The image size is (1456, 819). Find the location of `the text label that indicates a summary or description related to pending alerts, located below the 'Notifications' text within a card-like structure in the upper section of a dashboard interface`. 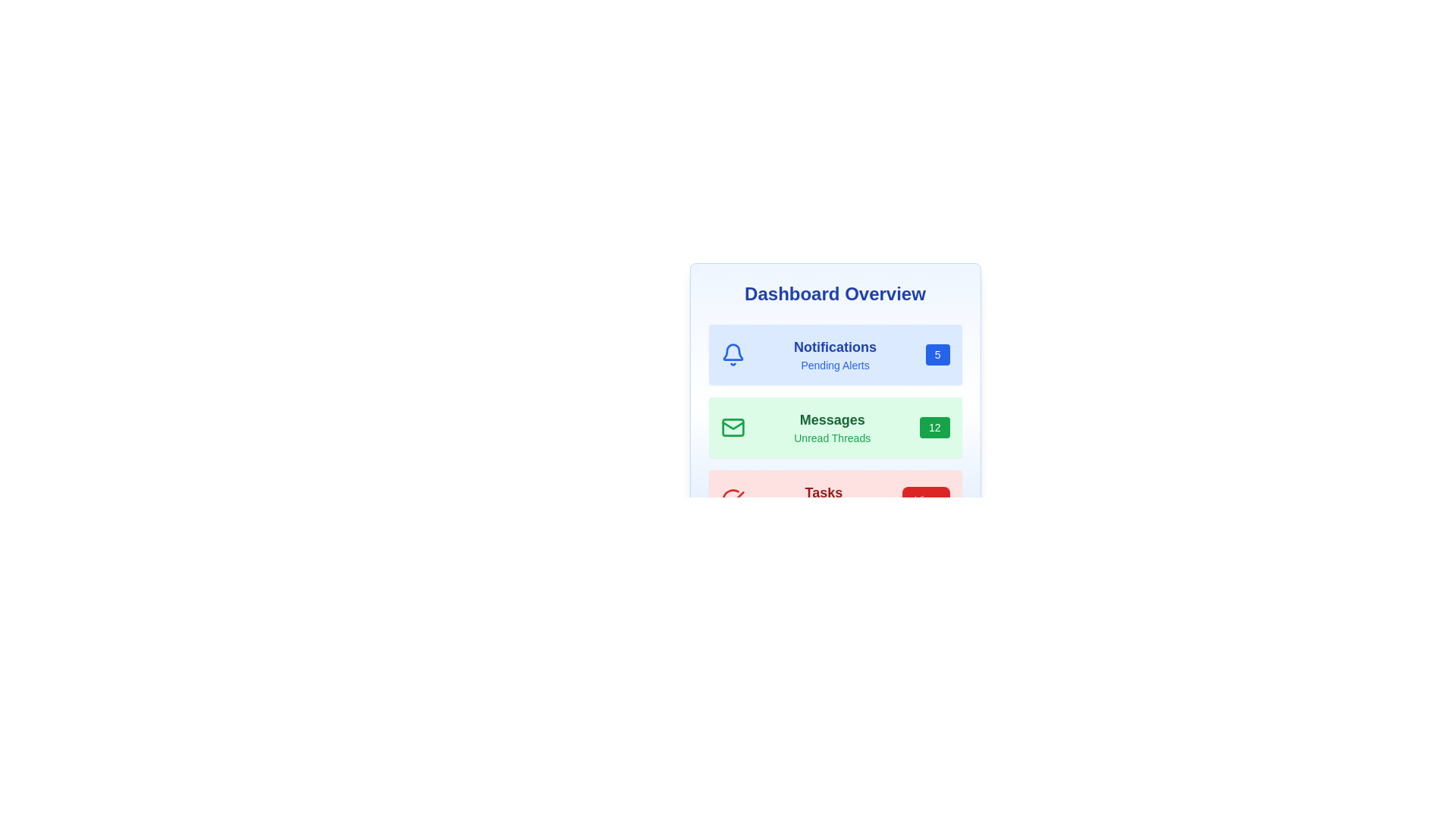

the text label that indicates a summary or description related to pending alerts, located below the 'Notifications' text within a card-like structure in the upper section of a dashboard interface is located at coordinates (834, 366).